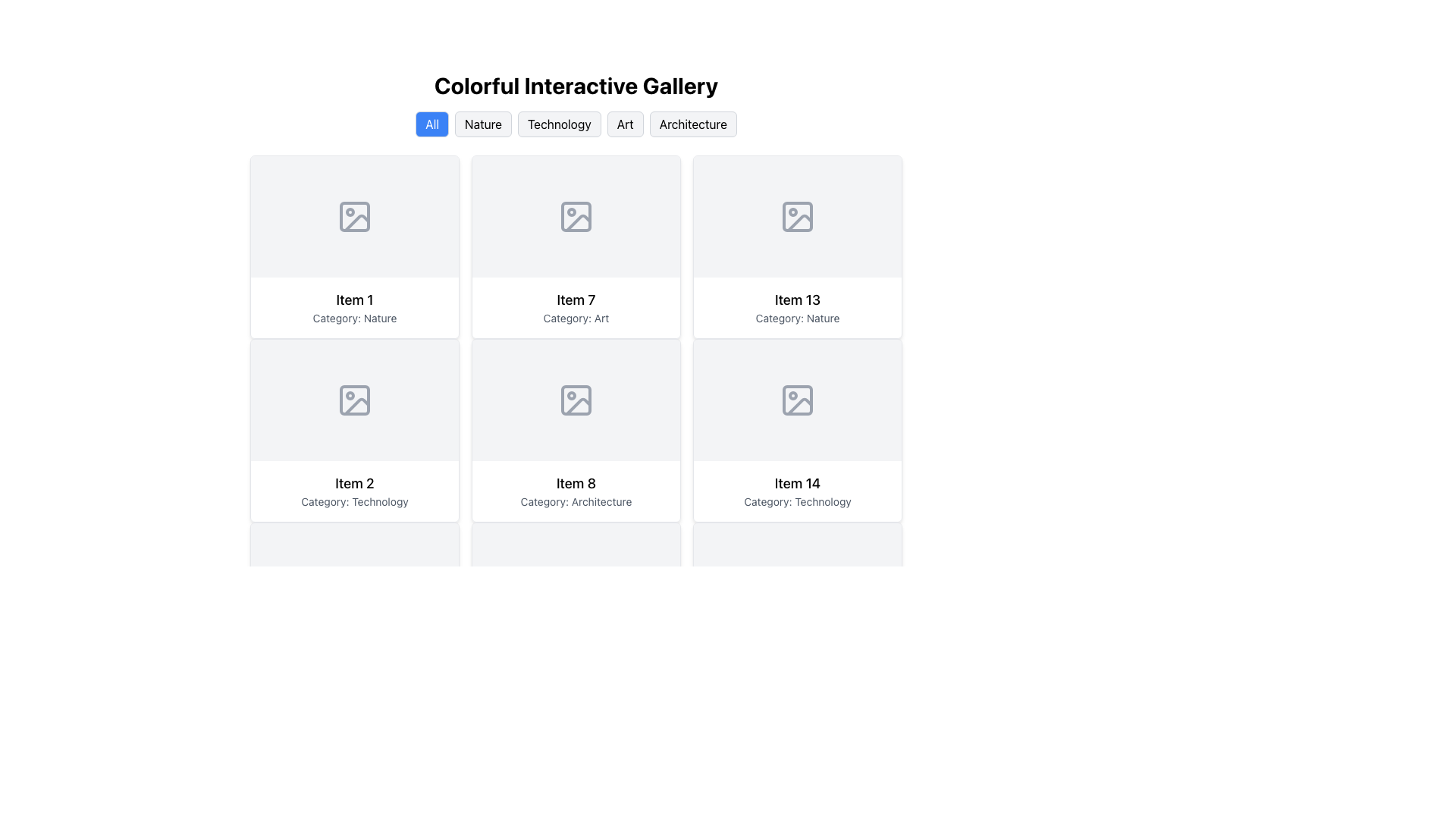  I want to click on the 'Nature' button, which is a rounded rectangular button with a light gray background and black text, located in the horizontal button group beneath the title 'Colorful Interactive Gallery', so click(482, 124).